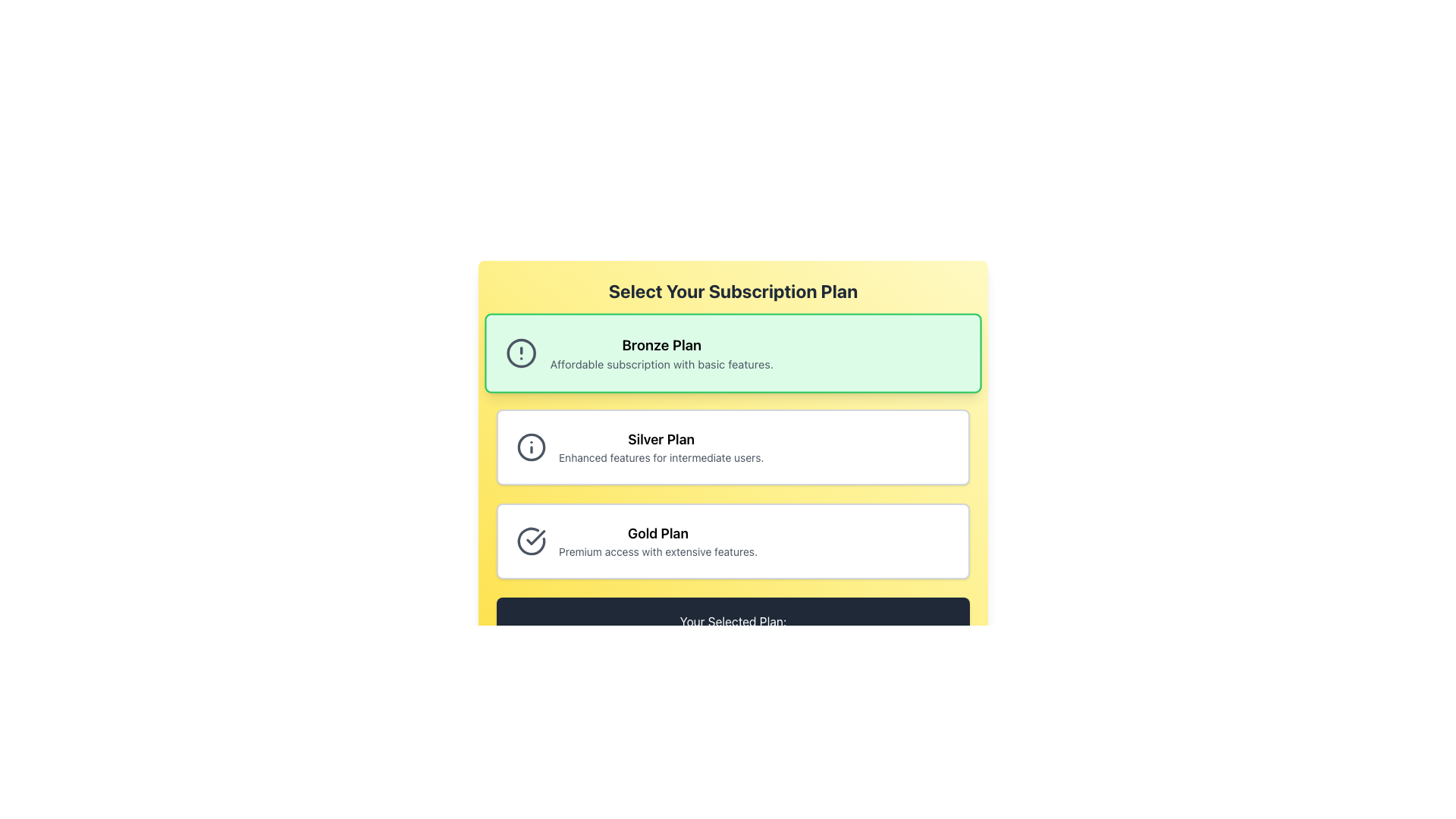 This screenshot has height=819, width=1456. What do you see at coordinates (531, 447) in the screenshot?
I see `the SVG circle element, which is a part of an information or alert icon, located between the 'Bronze Plan' and 'Gold Plan' rows` at bounding box center [531, 447].